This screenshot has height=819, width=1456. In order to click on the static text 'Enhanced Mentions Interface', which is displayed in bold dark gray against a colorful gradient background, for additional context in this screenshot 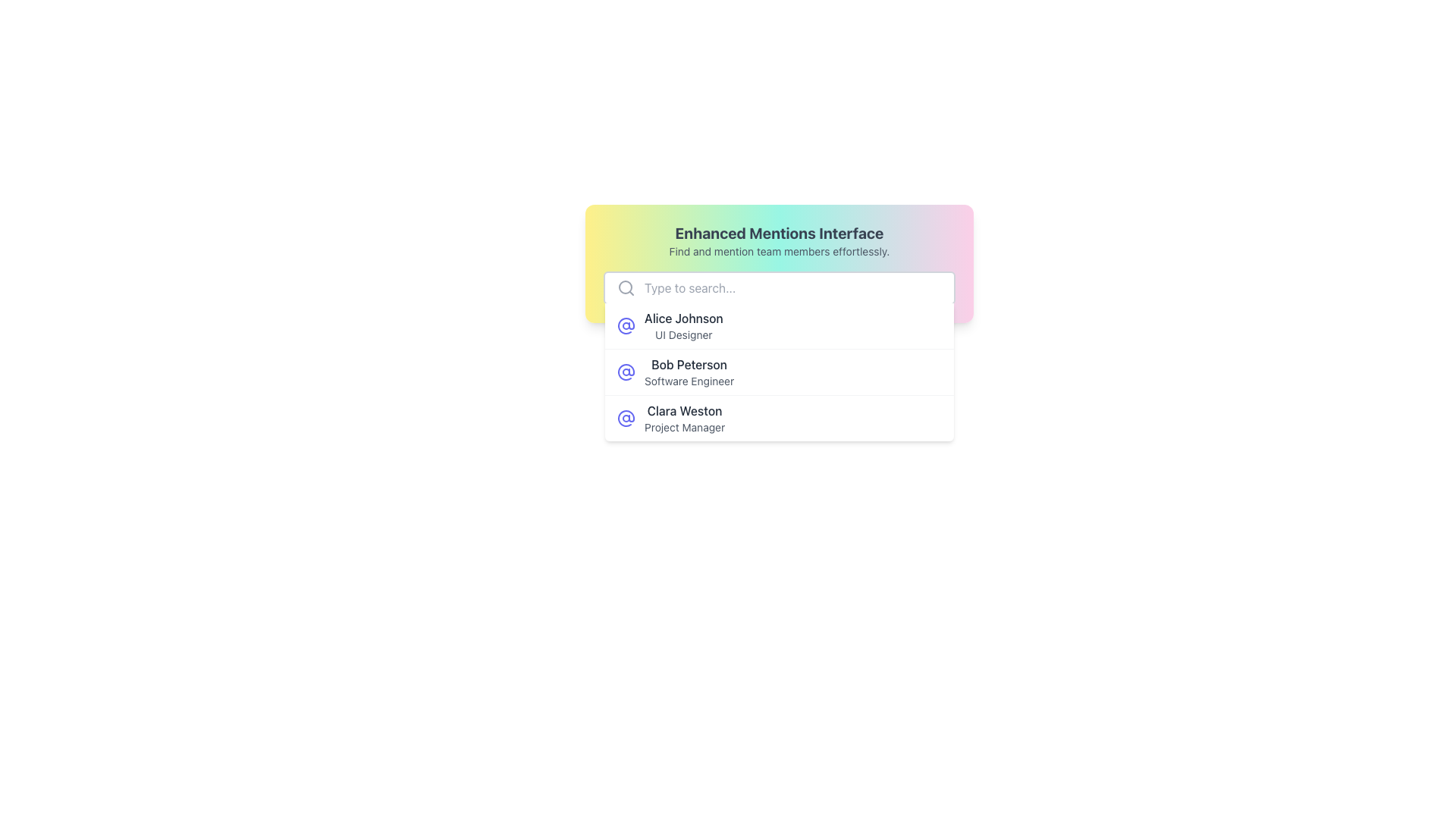, I will do `click(779, 234)`.